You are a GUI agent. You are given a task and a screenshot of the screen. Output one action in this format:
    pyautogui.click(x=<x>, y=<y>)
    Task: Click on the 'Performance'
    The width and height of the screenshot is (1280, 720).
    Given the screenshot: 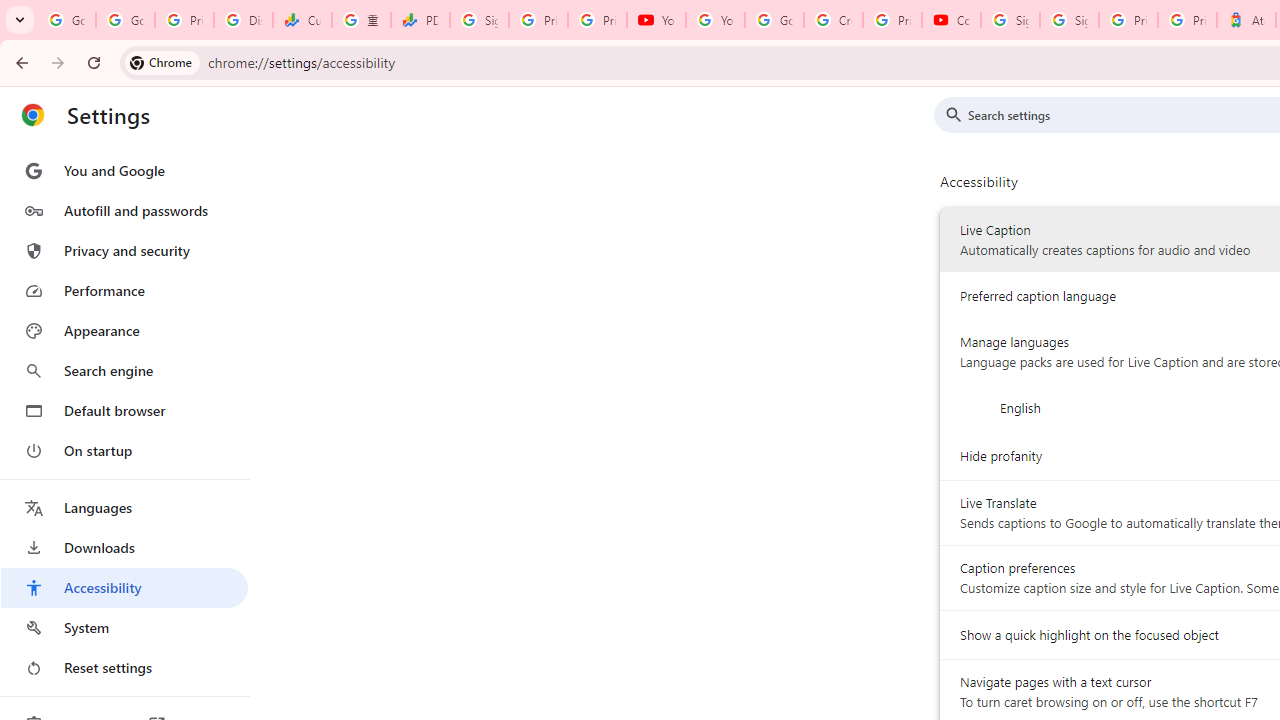 What is the action you would take?
    pyautogui.click(x=123, y=290)
    